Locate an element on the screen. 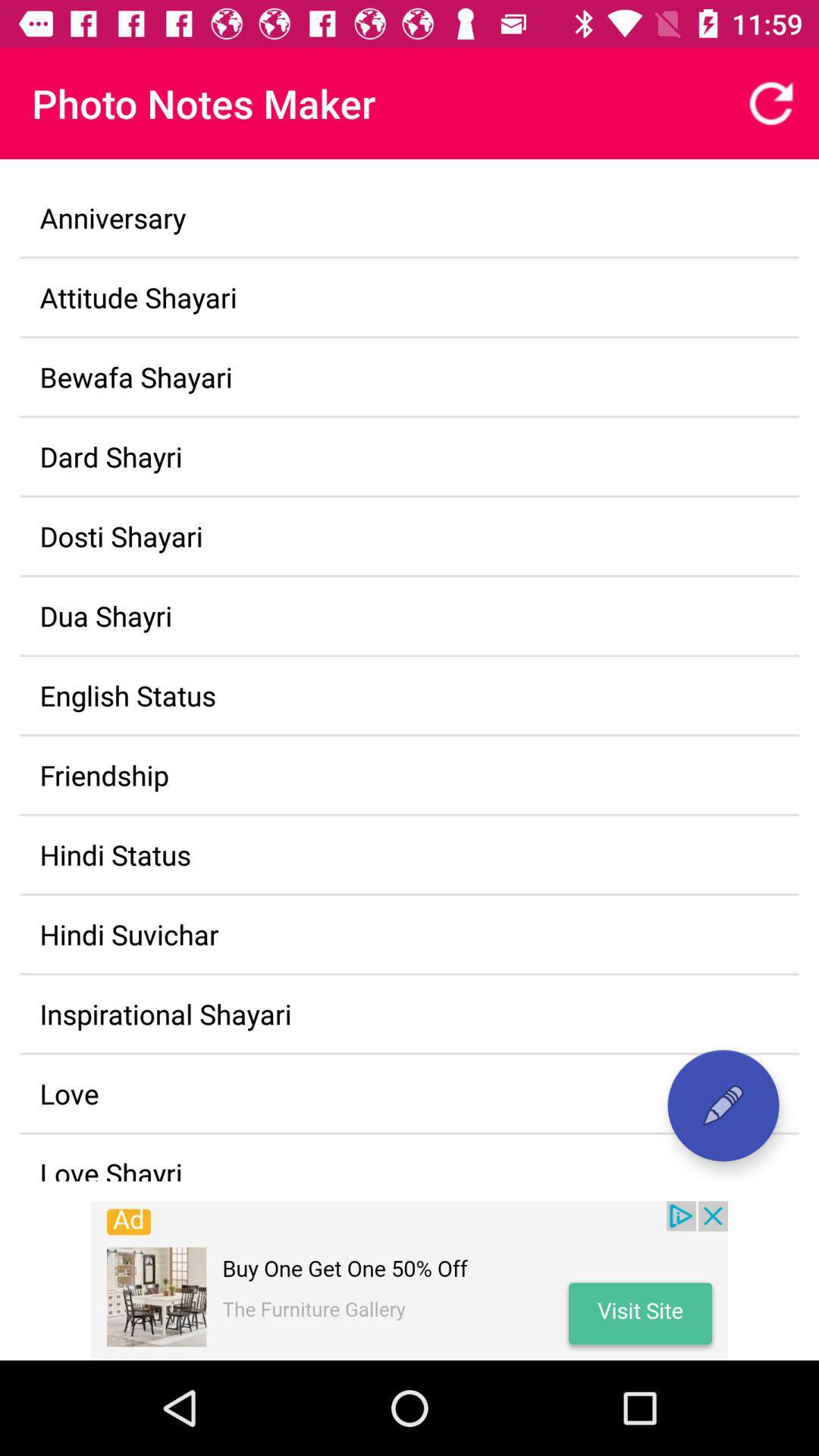  advertisement is located at coordinates (409, 1280).